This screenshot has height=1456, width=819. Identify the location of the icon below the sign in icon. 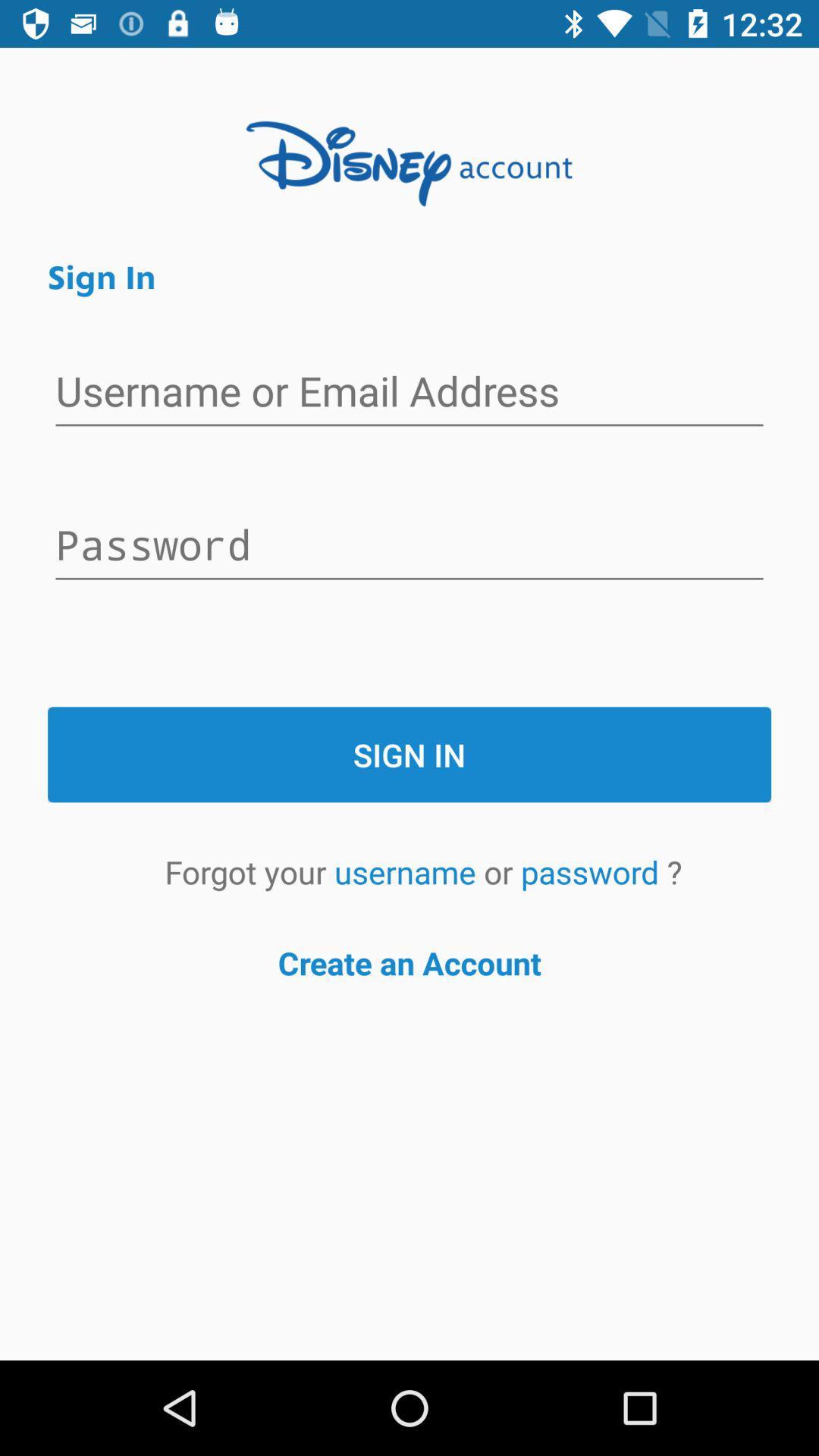
(408, 871).